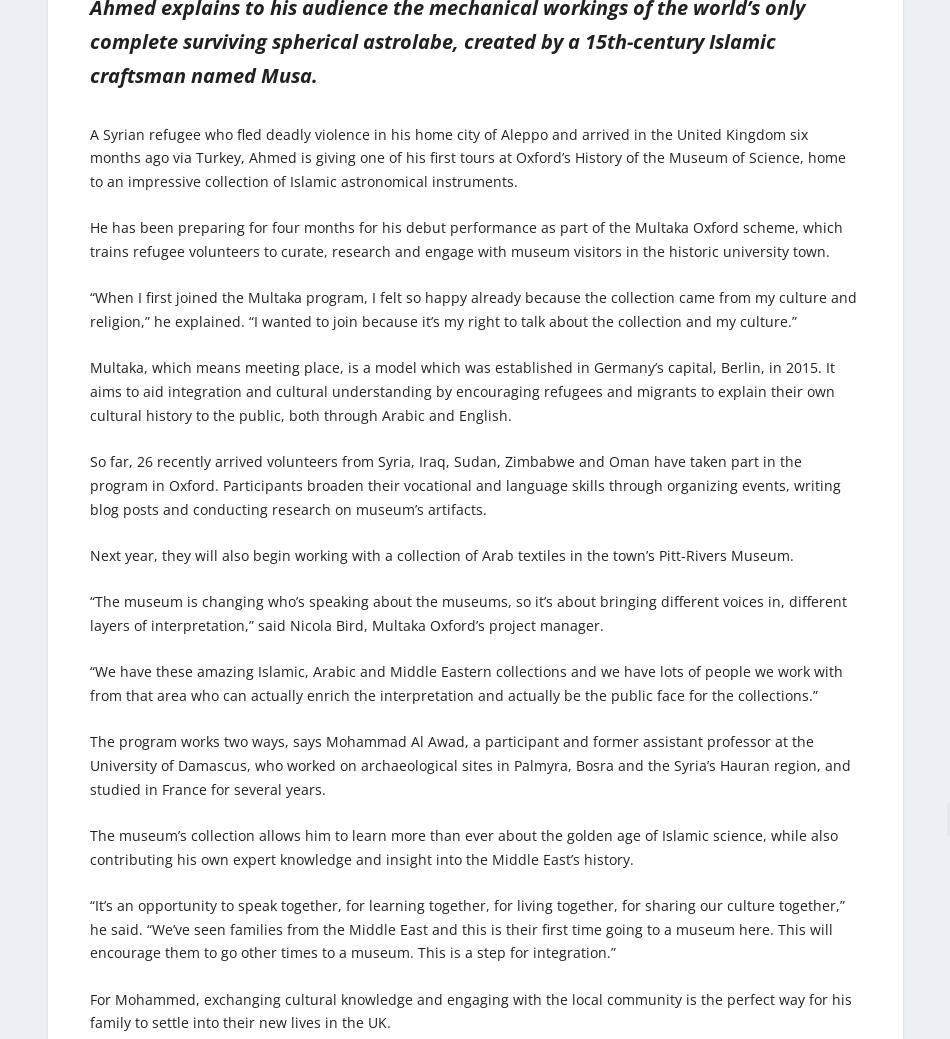 This screenshot has width=950, height=1039. Describe the element at coordinates (89, 683) in the screenshot. I see `'“We have these amazing Islamic, Arabic and Middle Eastern collections and we have lots of people we work with from that area who can actually enrich the interpretation and actually be the public face for the collections.”'` at that location.